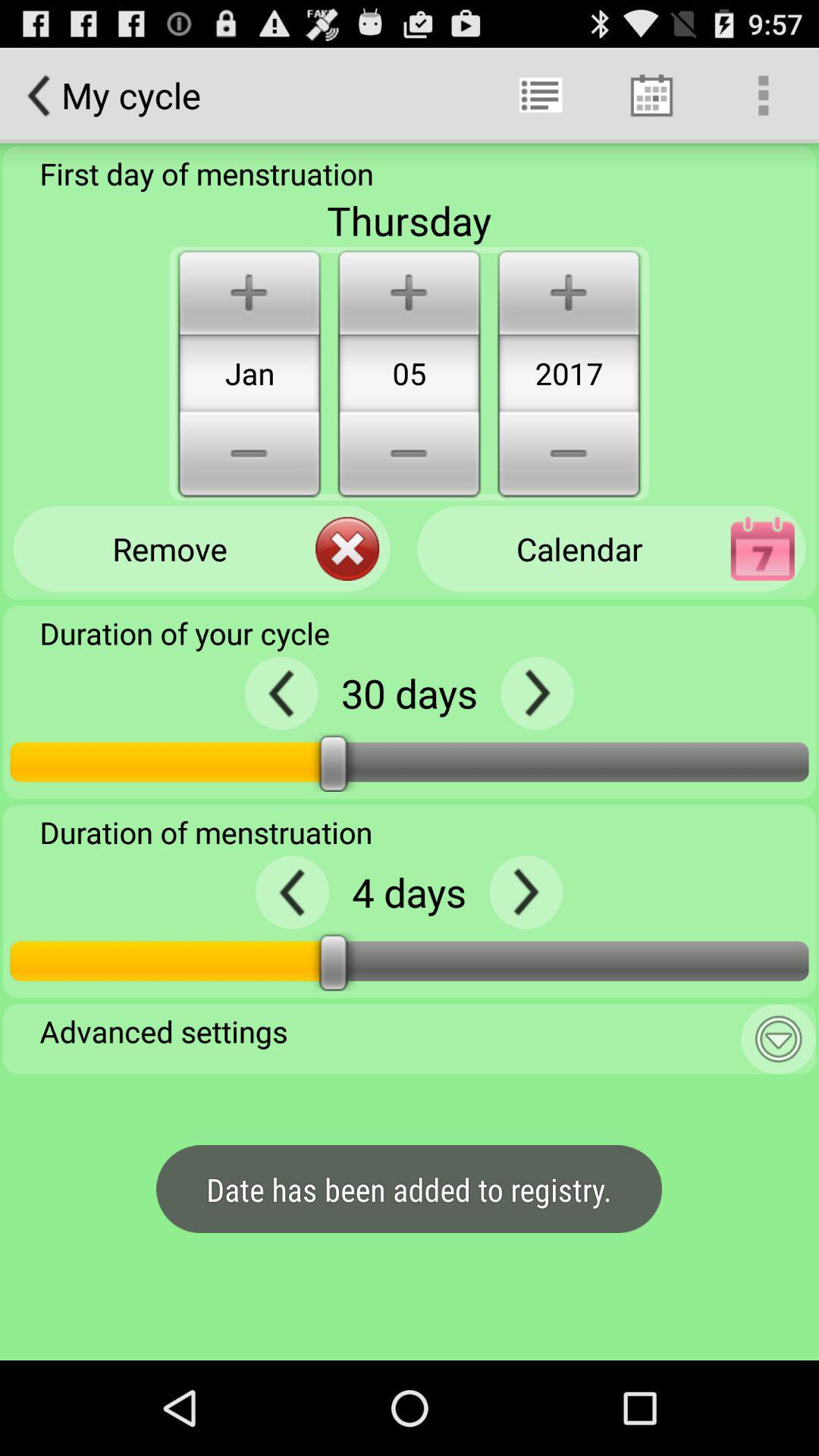 The width and height of the screenshot is (819, 1456). What do you see at coordinates (292, 892) in the screenshot?
I see `back icon` at bounding box center [292, 892].